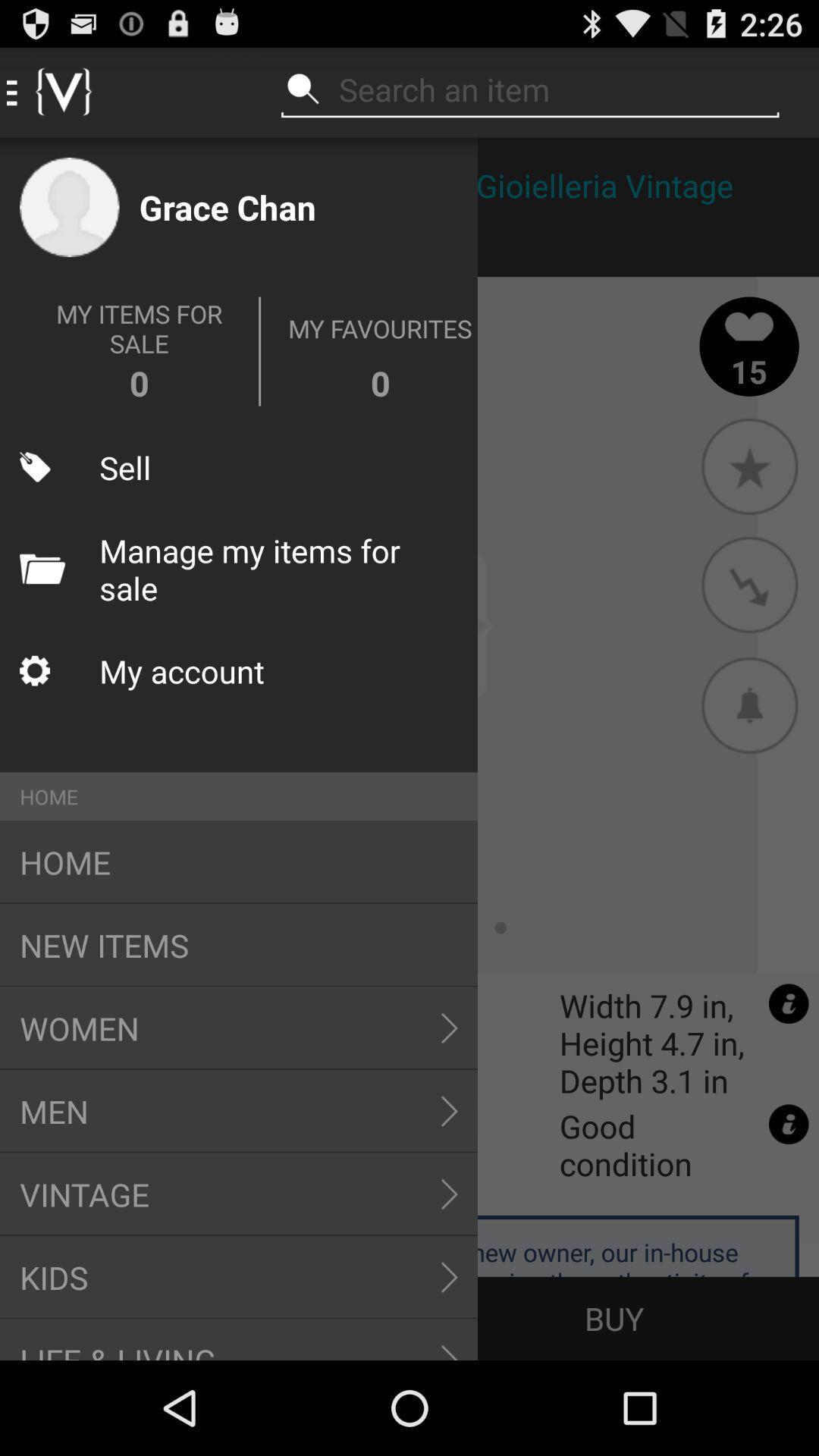  I want to click on the notifications icon, so click(748, 754).